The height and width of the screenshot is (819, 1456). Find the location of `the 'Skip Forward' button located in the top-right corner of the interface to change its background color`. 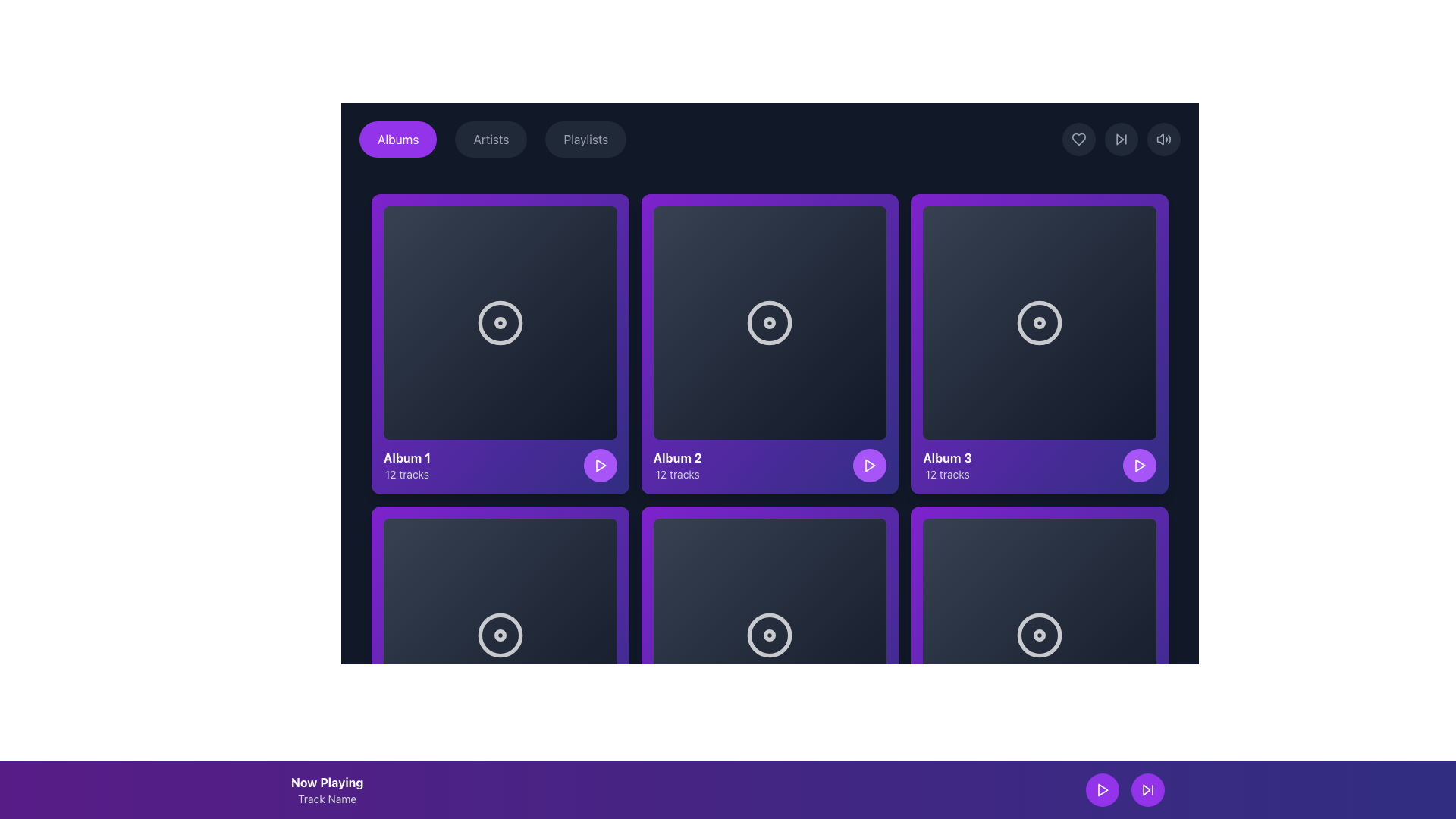

the 'Skip Forward' button located in the top-right corner of the interface to change its background color is located at coordinates (1121, 140).